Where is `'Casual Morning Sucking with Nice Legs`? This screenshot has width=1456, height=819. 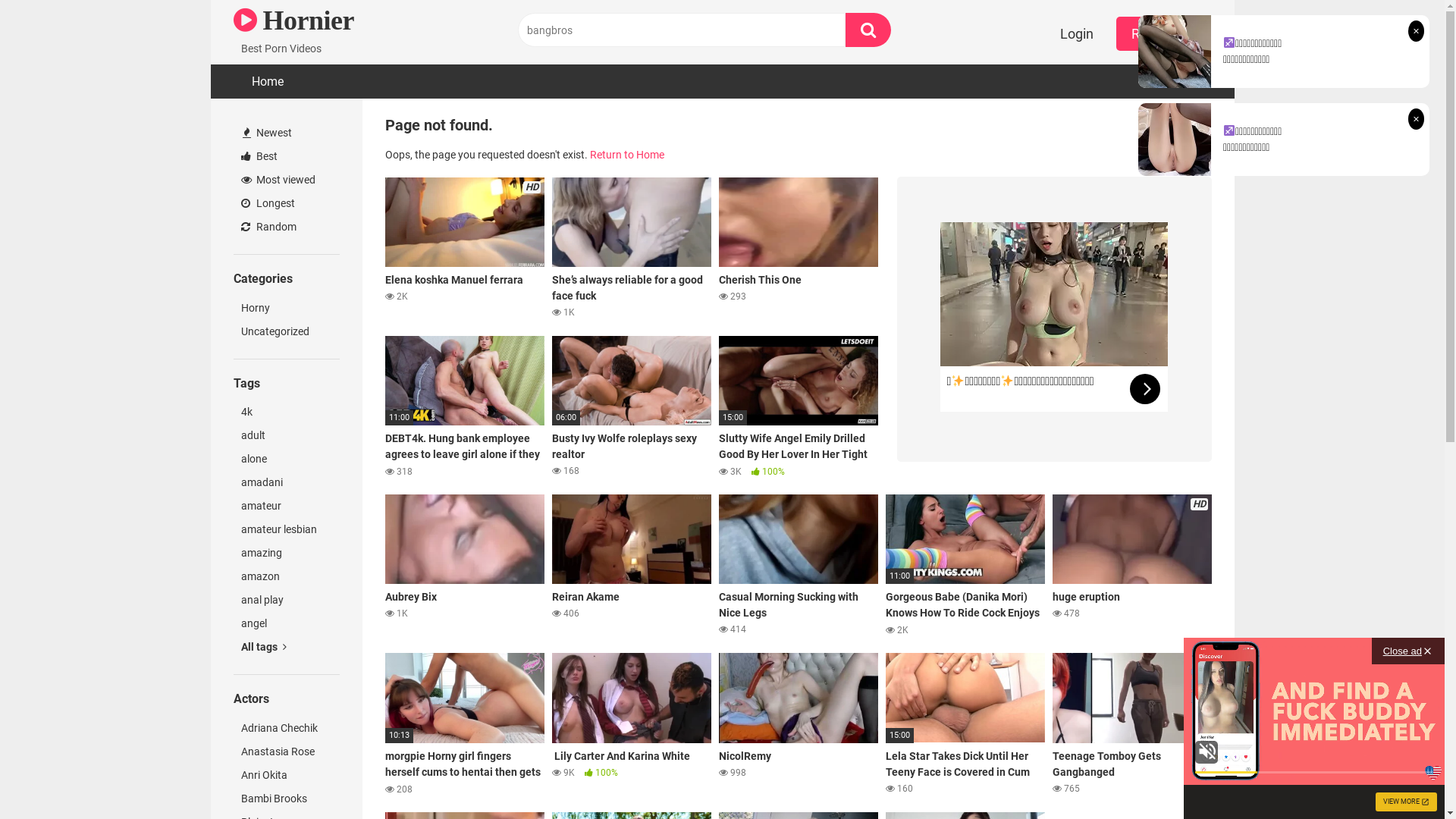
'Casual Morning Sucking with Nice Legs is located at coordinates (718, 565).